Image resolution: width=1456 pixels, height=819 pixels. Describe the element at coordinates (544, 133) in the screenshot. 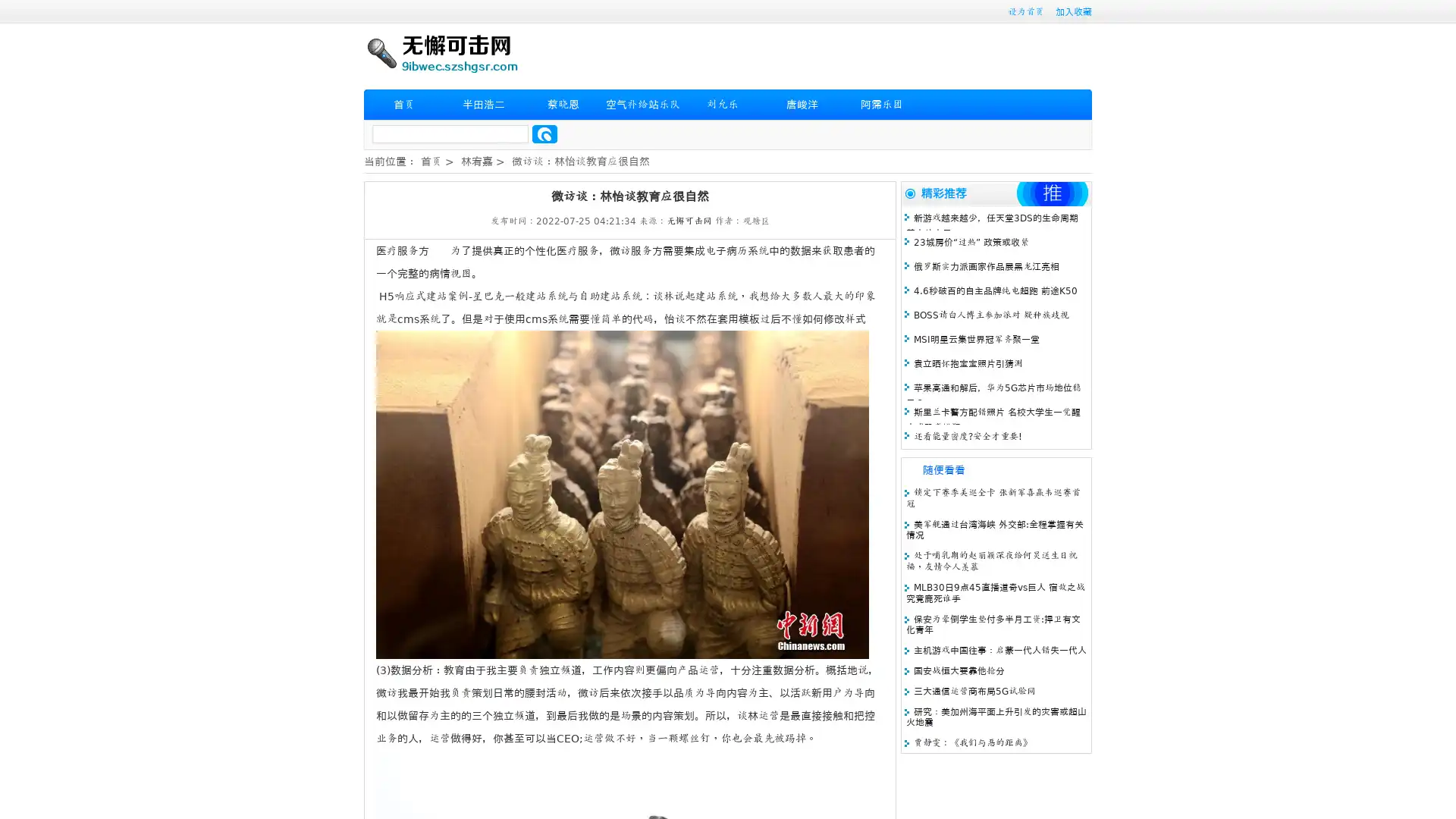

I see `Search` at that location.